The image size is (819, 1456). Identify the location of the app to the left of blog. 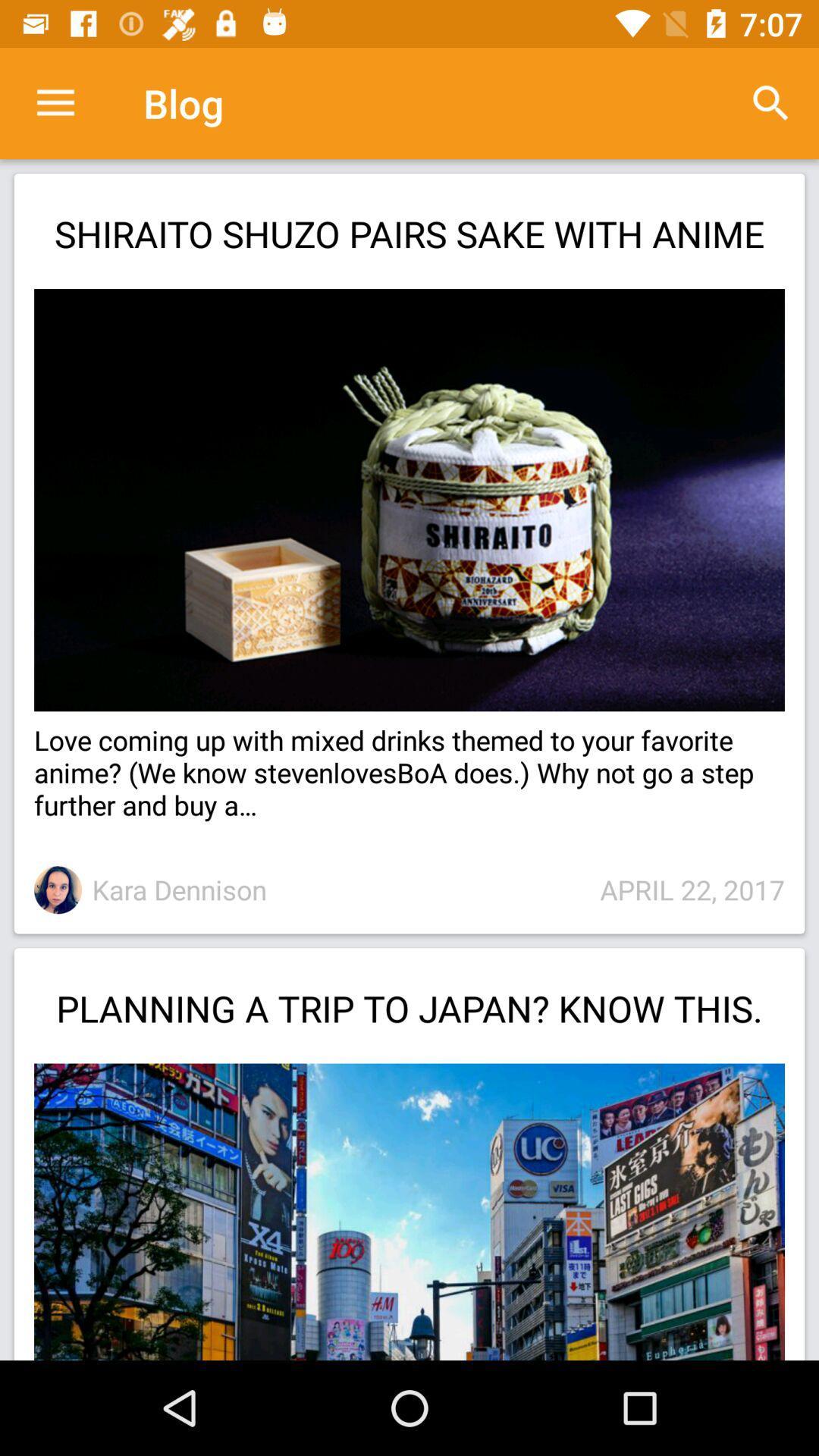
(55, 102).